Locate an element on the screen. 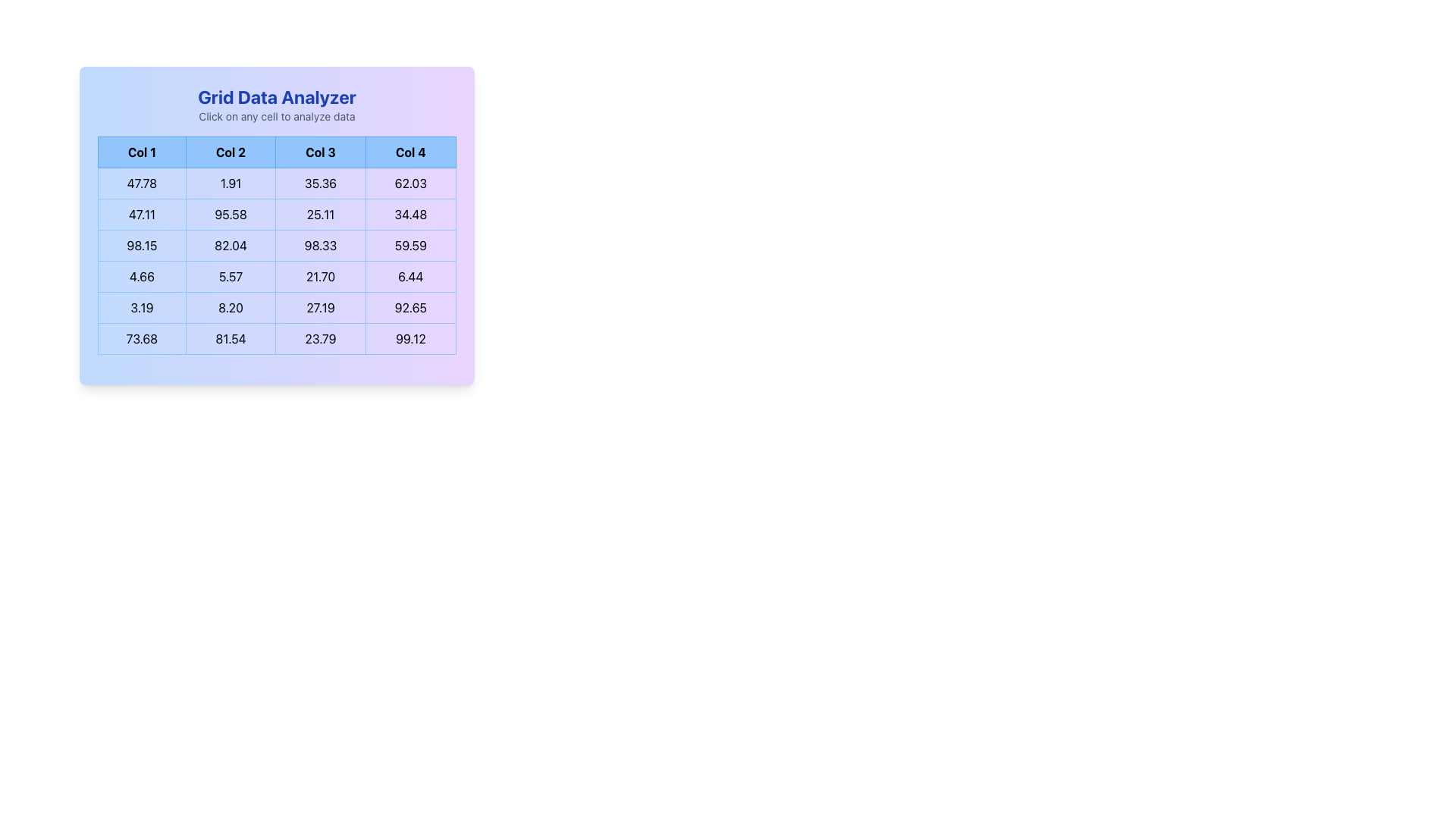 The width and height of the screenshot is (1456, 819). numerical values from the third row of the table, which contains four cells aligned with columns 1 through 4 is located at coordinates (277, 245).